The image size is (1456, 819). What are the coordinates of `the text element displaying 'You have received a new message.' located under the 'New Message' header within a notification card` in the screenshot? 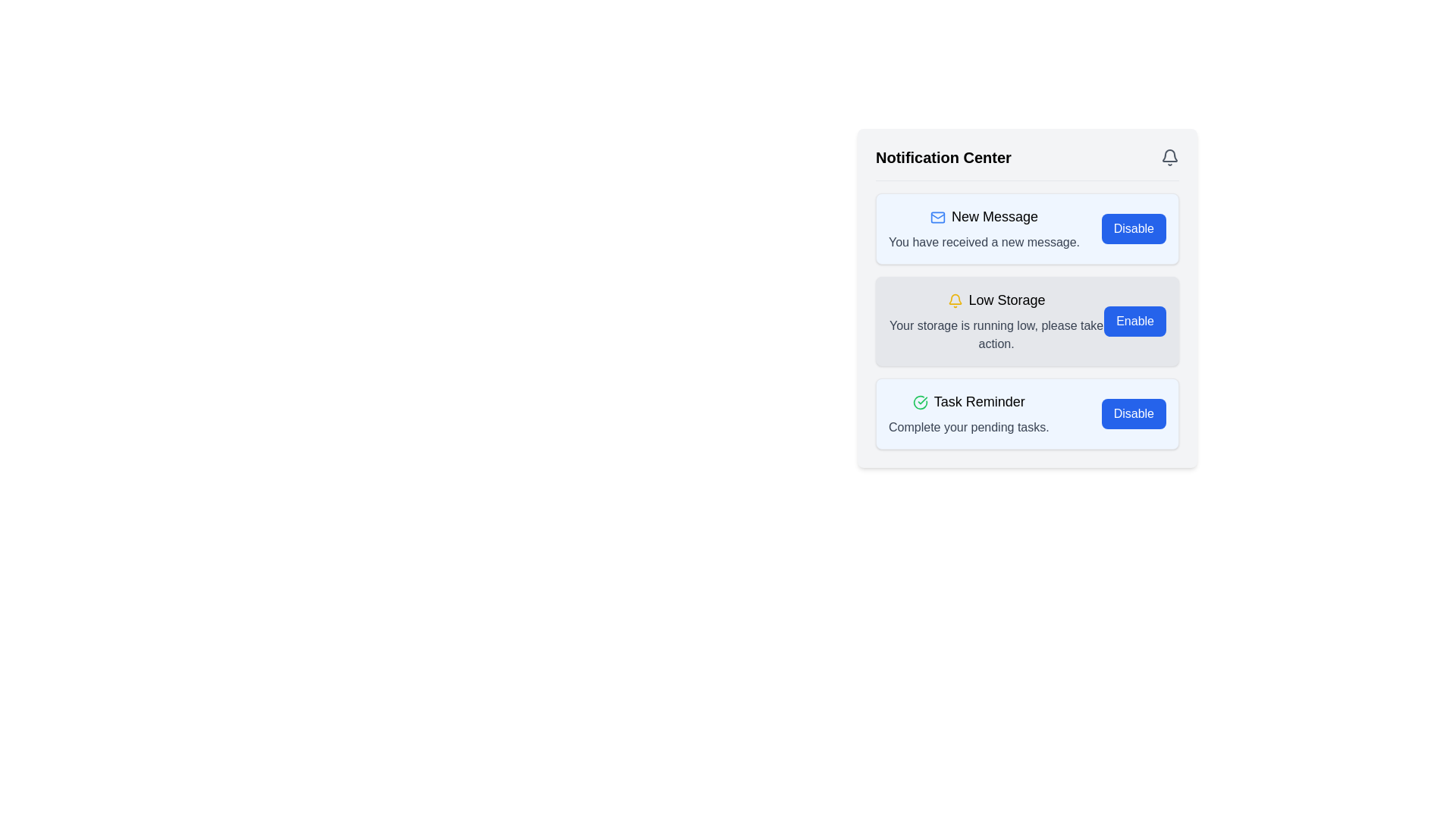 It's located at (984, 242).